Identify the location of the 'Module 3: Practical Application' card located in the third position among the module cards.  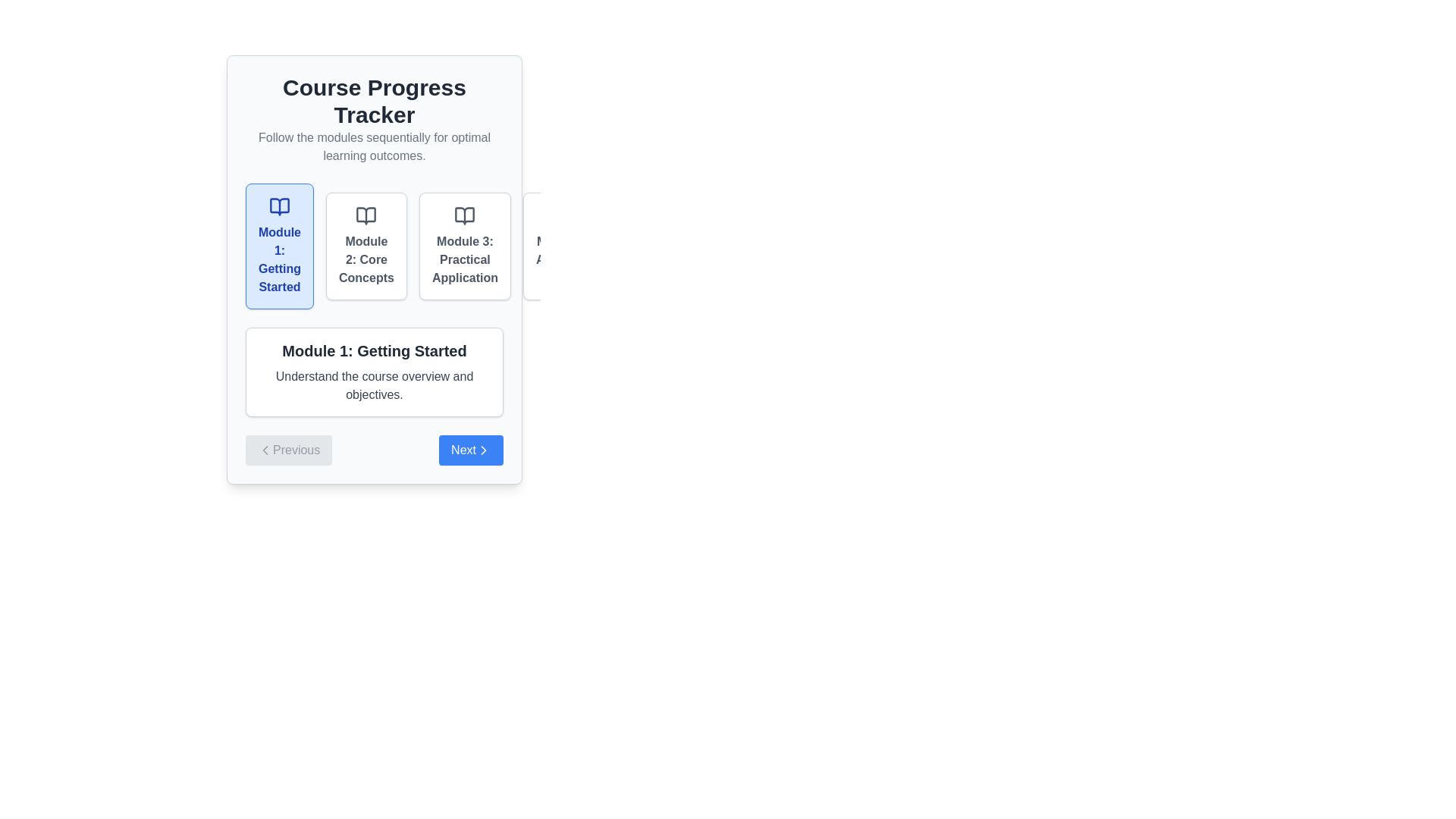
(464, 245).